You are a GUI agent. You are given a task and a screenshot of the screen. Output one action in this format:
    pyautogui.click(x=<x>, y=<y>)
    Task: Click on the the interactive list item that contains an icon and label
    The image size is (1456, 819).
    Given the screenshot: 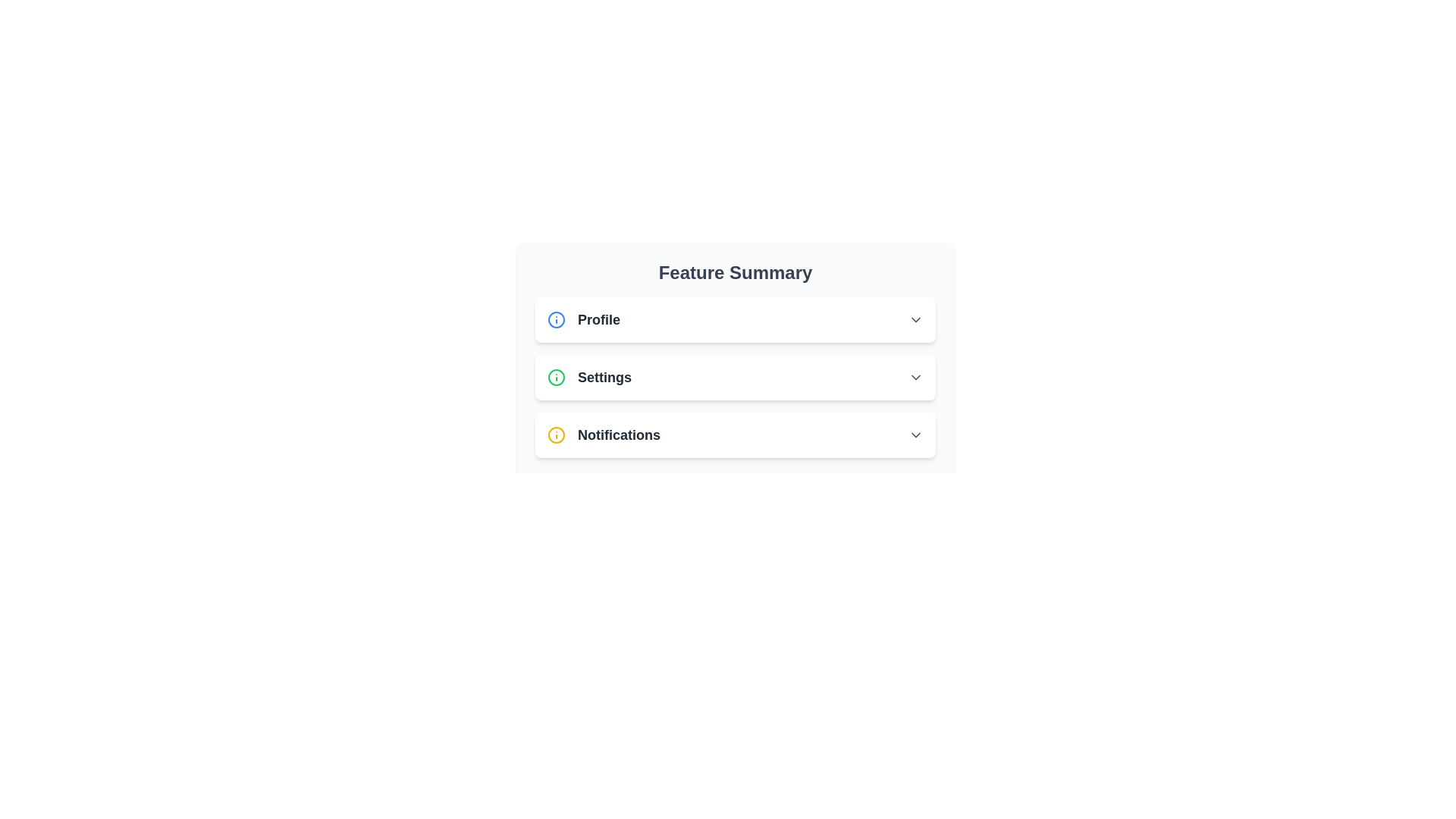 What is the action you would take?
    pyautogui.click(x=588, y=376)
    